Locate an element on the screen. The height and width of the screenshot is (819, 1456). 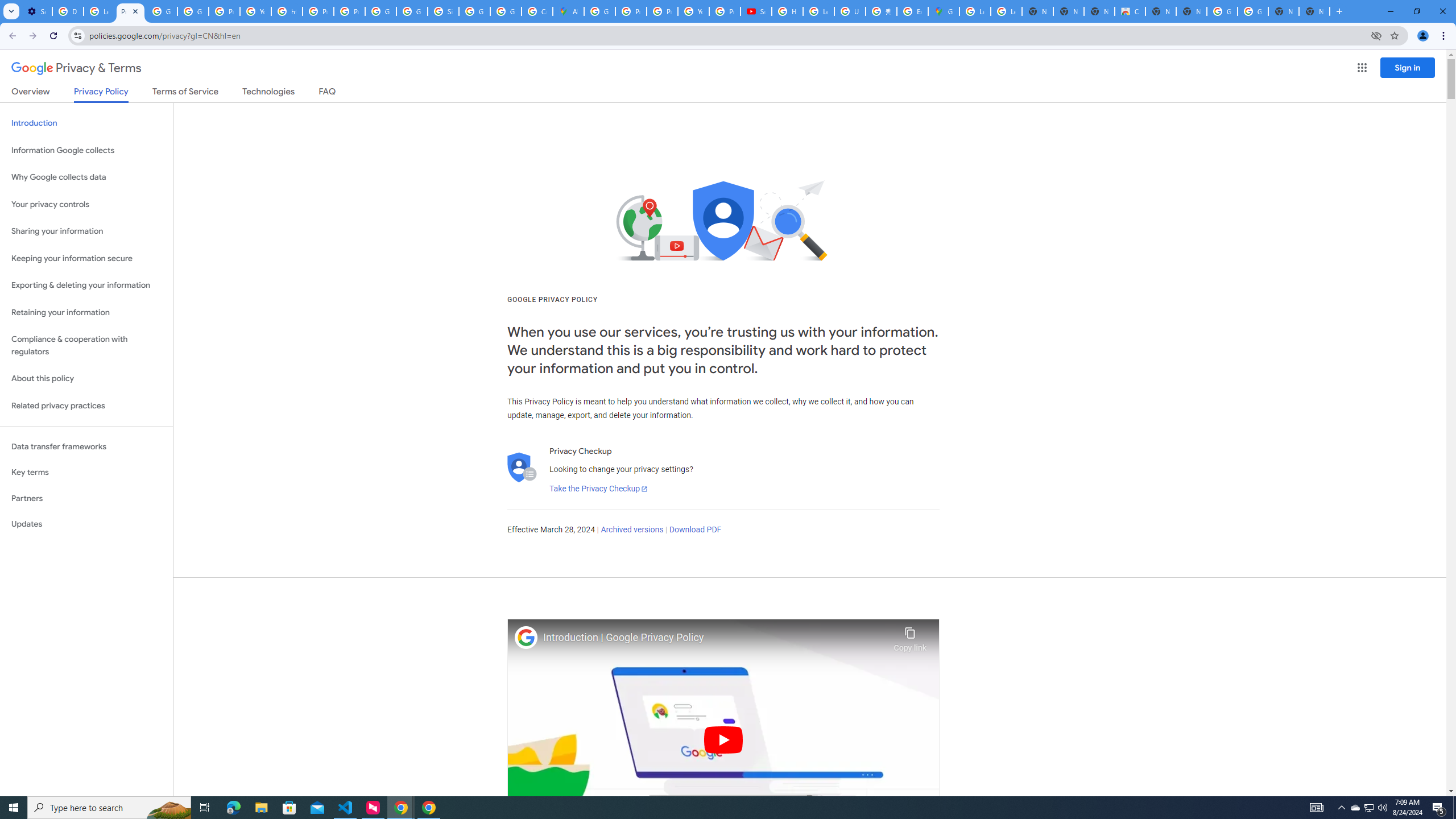
'Sharing your information' is located at coordinates (86, 230).